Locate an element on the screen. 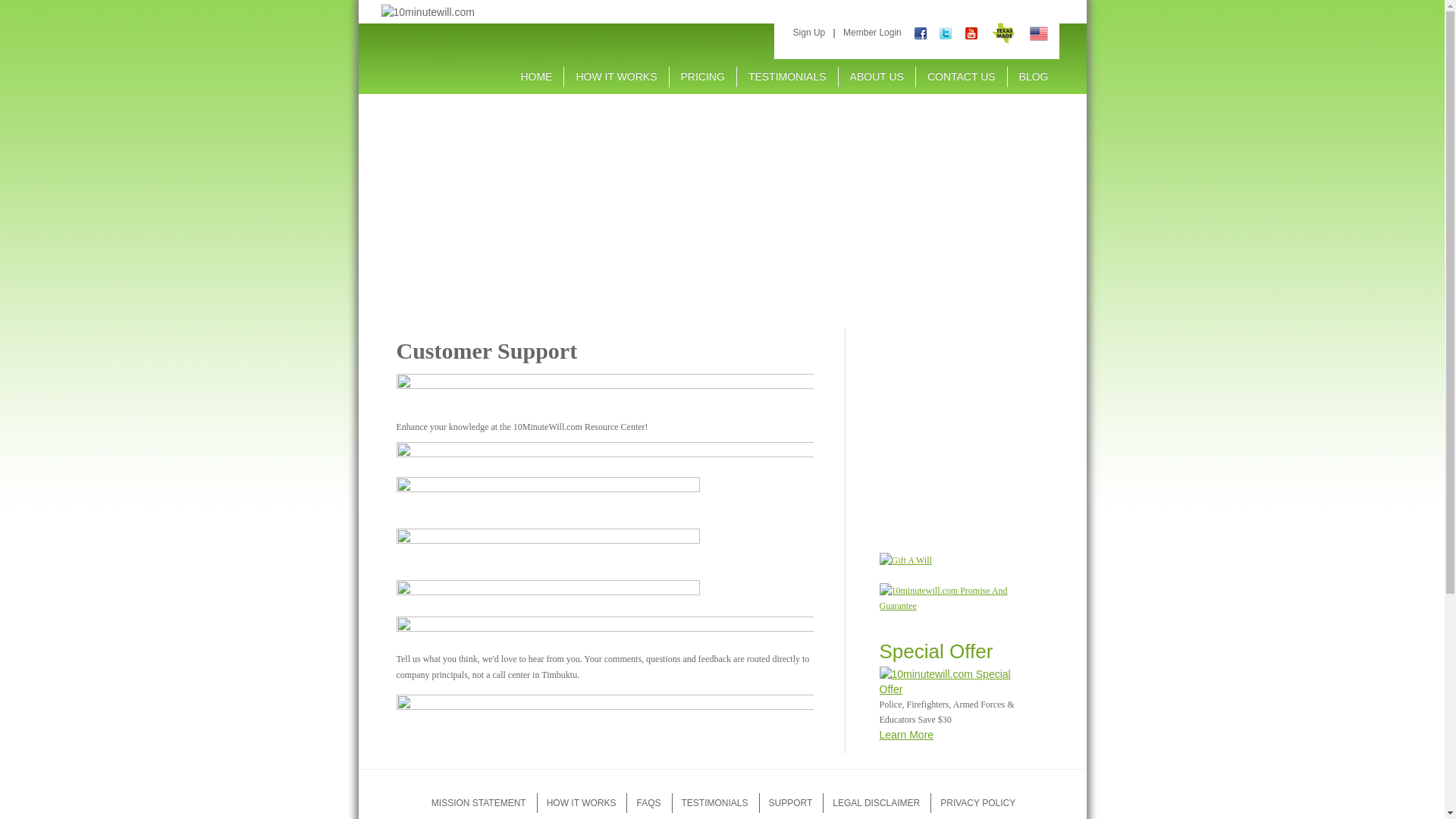  'TESTIMONIALS' is located at coordinates (787, 76).